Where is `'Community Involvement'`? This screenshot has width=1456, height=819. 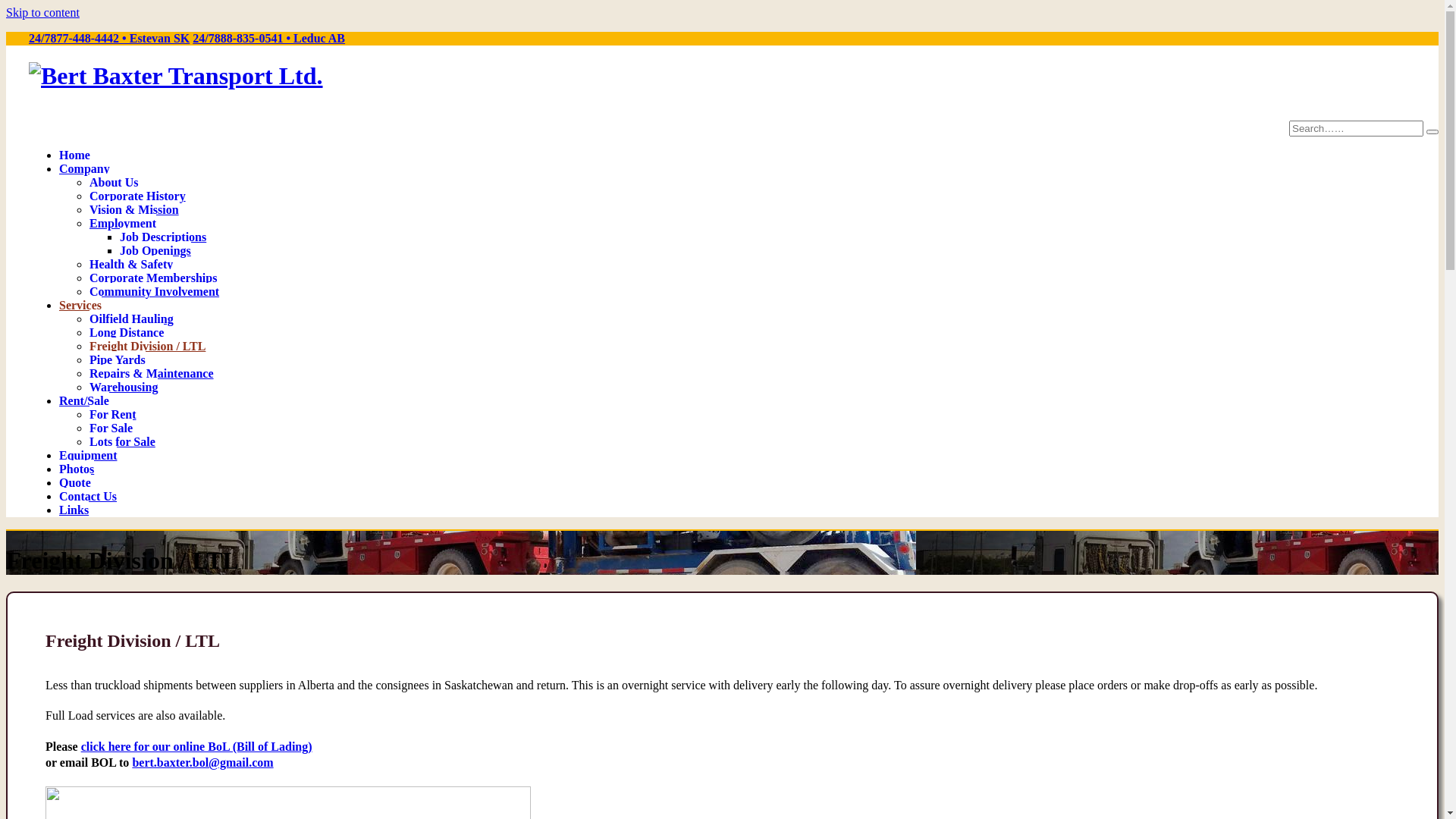
'Community Involvement' is located at coordinates (154, 290).